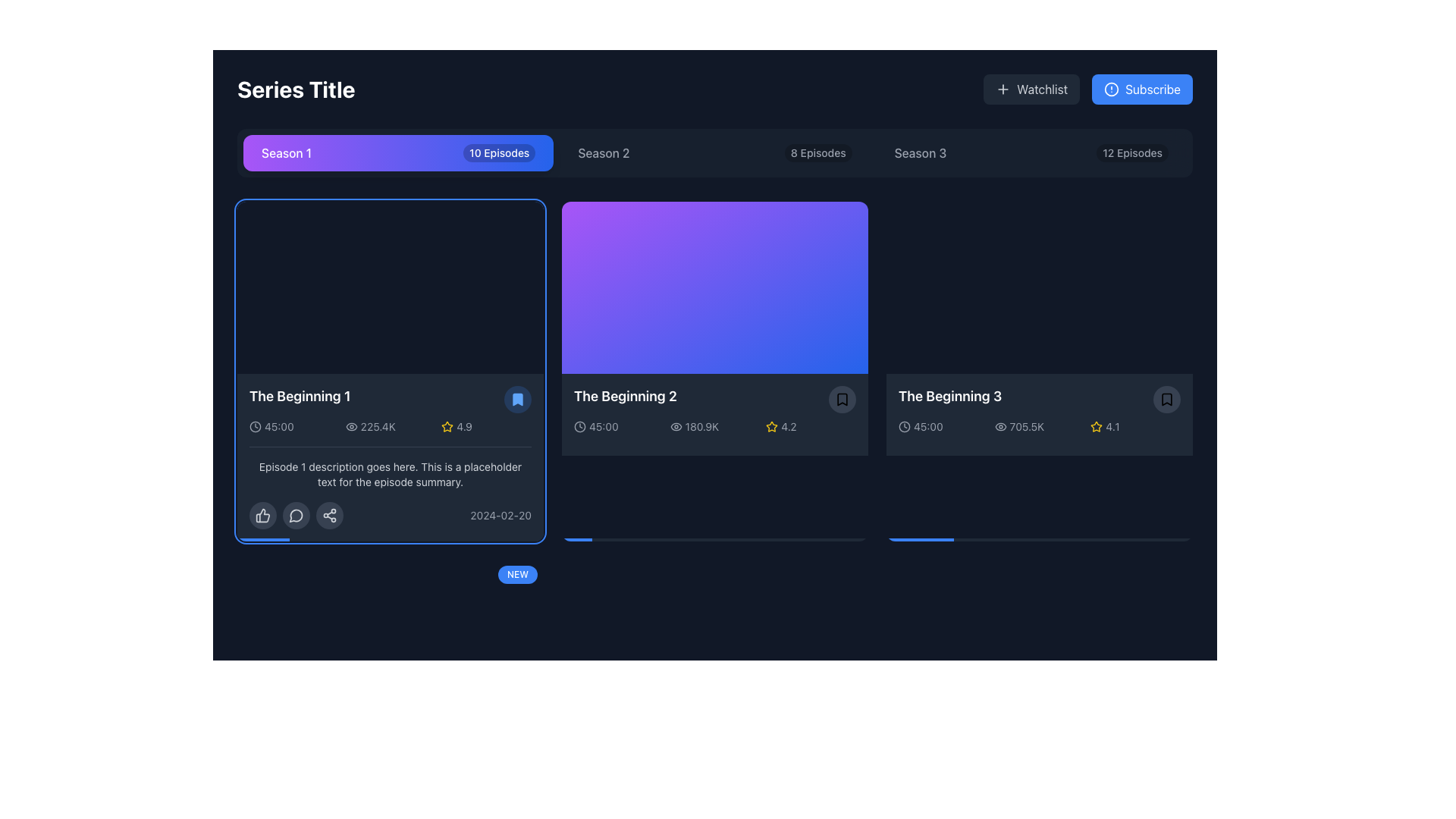  What do you see at coordinates (675, 427) in the screenshot?
I see `the views metric icon located to the left of the text '180.9K' within the metadata section of 'The Beginning 2' card` at bounding box center [675, 427].